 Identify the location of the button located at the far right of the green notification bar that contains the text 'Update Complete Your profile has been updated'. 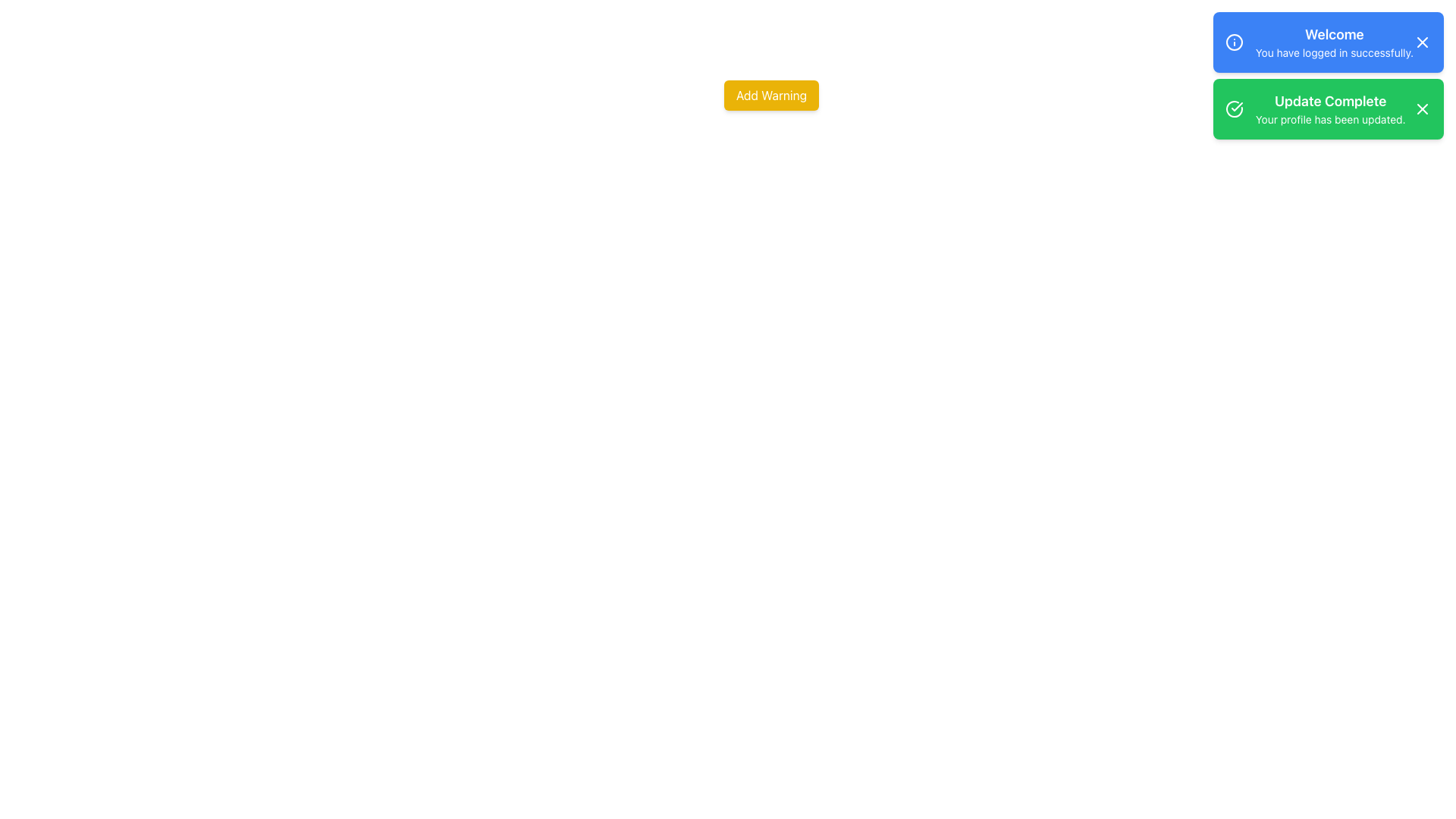
(1422, 108).